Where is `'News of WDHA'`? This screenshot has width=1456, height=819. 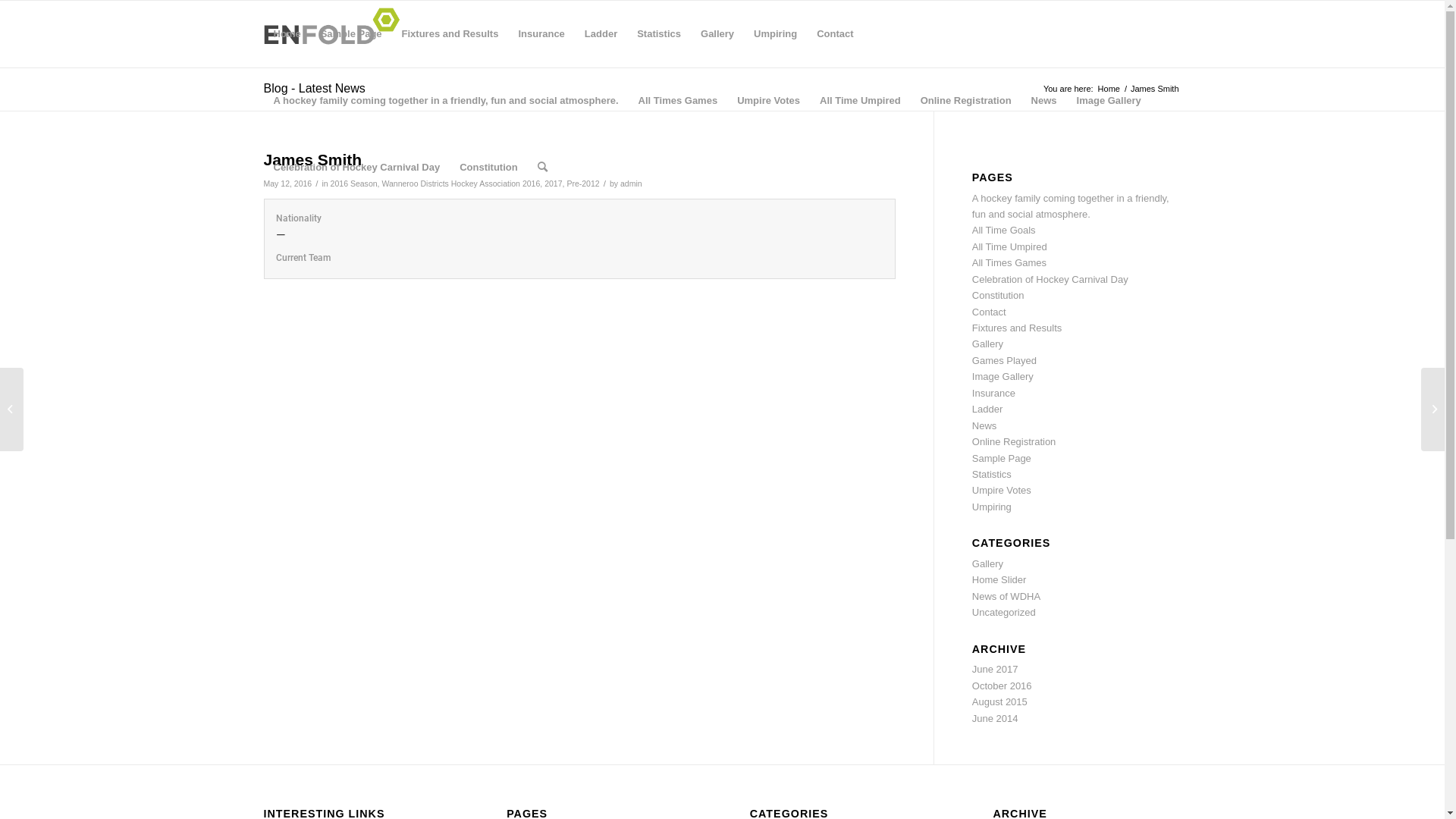
'News of WDHA' is located at coordinates (1006, 595).